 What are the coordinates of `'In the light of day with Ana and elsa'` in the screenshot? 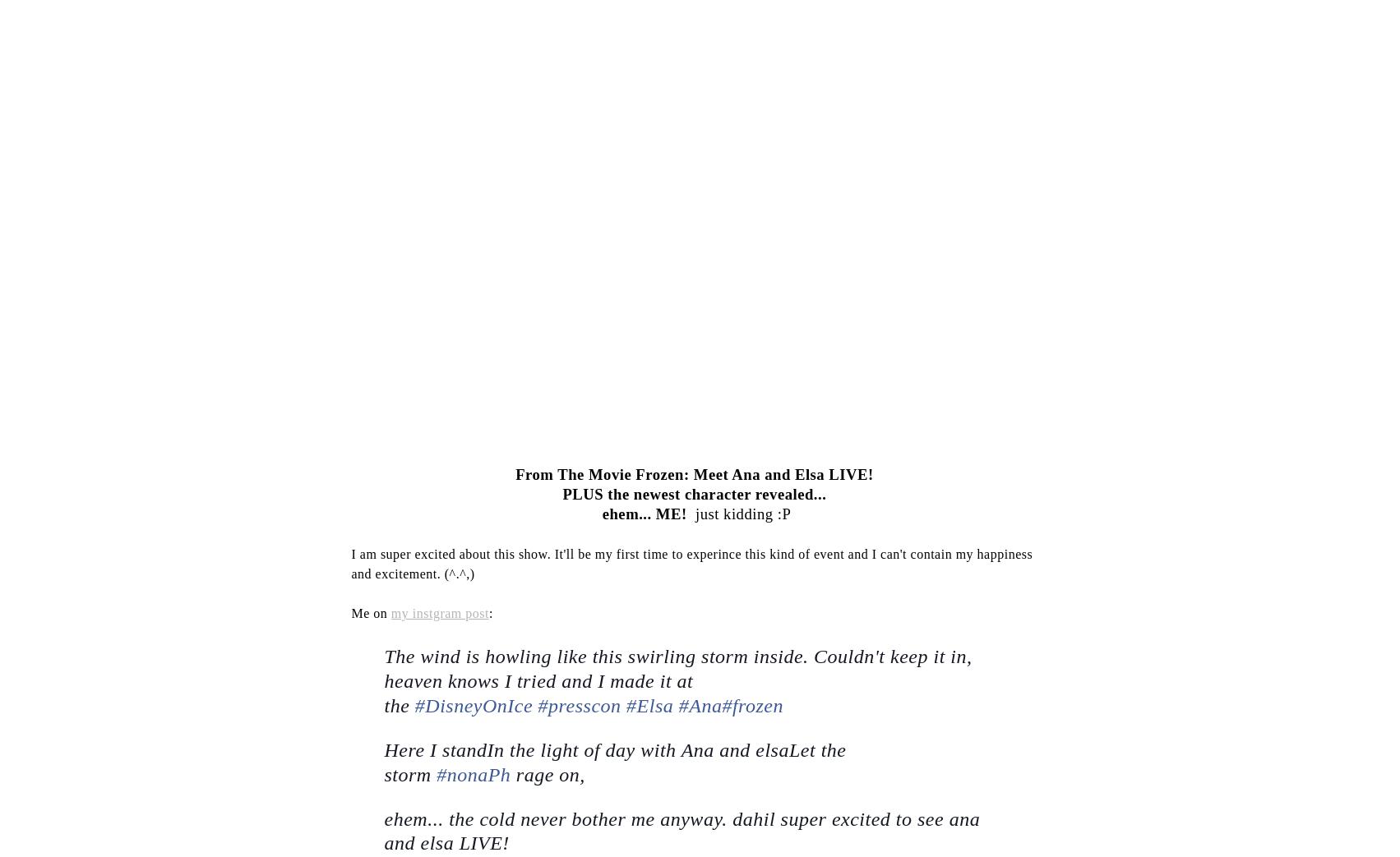 It's located at (485, 749).